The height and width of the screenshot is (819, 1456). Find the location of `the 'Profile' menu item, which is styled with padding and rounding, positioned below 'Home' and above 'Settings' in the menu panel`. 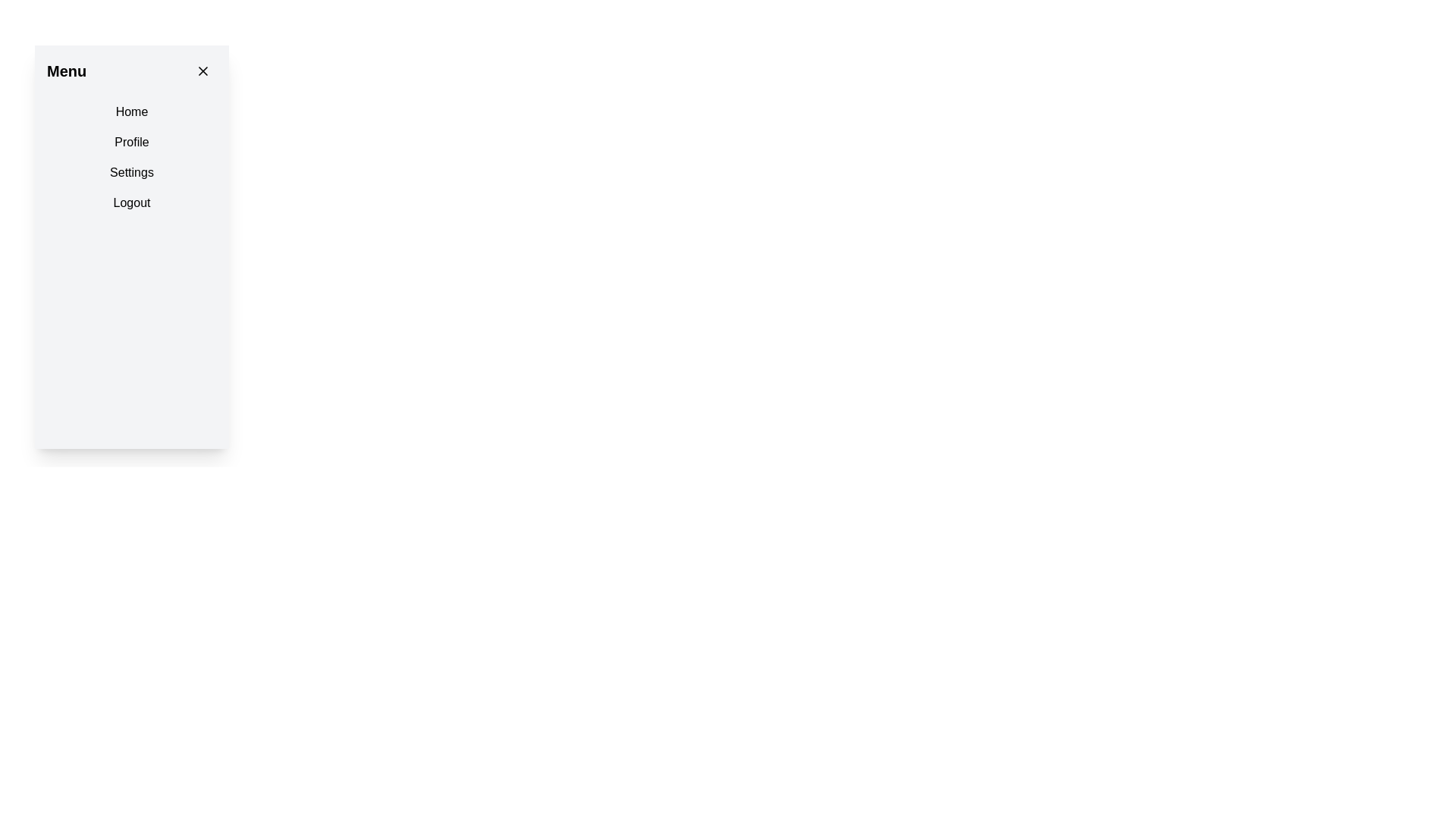

the 'Profile' menu item, which is styled with padding and rounding, positioned below 'Home' and above 'Settings' in the menu panel is located at coordinates (131, 143).